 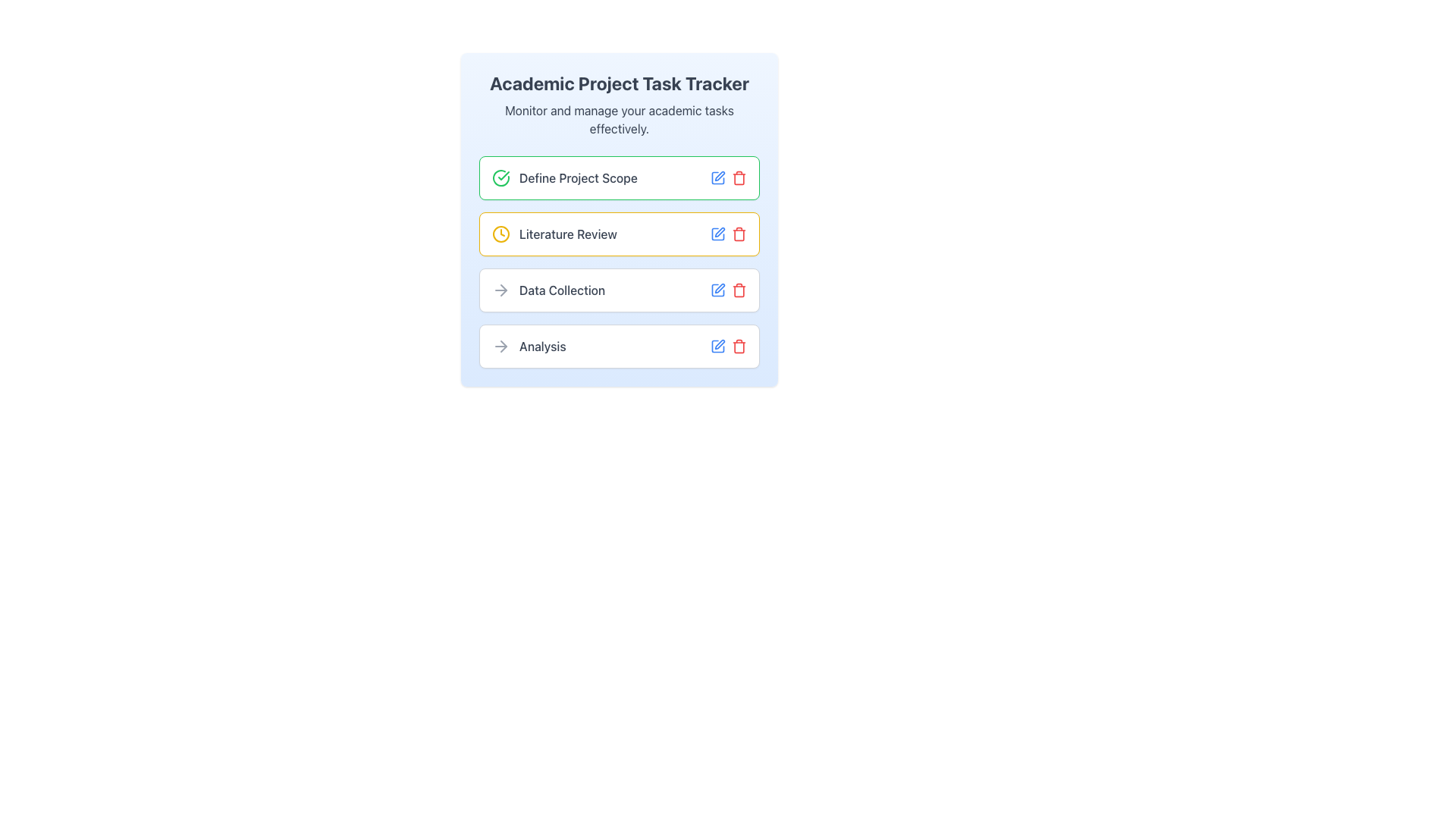 I want to click on the 'Analysis' task button located in the vertical stack of task cards in the central panel, specifically the last card below 'Data Collection', so click(x=529, y=346).